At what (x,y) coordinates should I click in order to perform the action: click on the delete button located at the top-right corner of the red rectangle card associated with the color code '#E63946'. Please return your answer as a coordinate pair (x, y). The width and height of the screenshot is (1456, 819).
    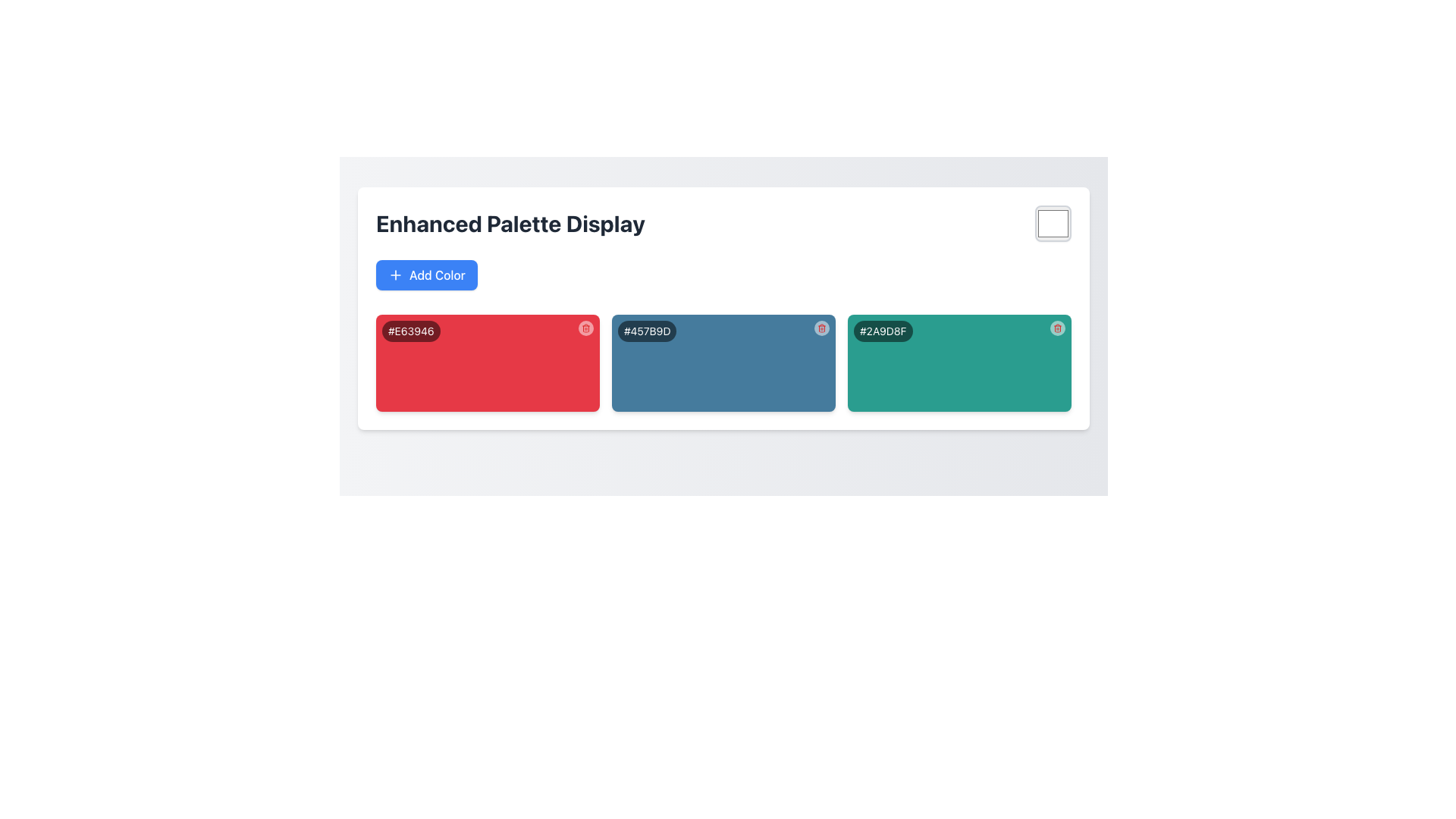
    Looking at the image, I should click on (585, 327).